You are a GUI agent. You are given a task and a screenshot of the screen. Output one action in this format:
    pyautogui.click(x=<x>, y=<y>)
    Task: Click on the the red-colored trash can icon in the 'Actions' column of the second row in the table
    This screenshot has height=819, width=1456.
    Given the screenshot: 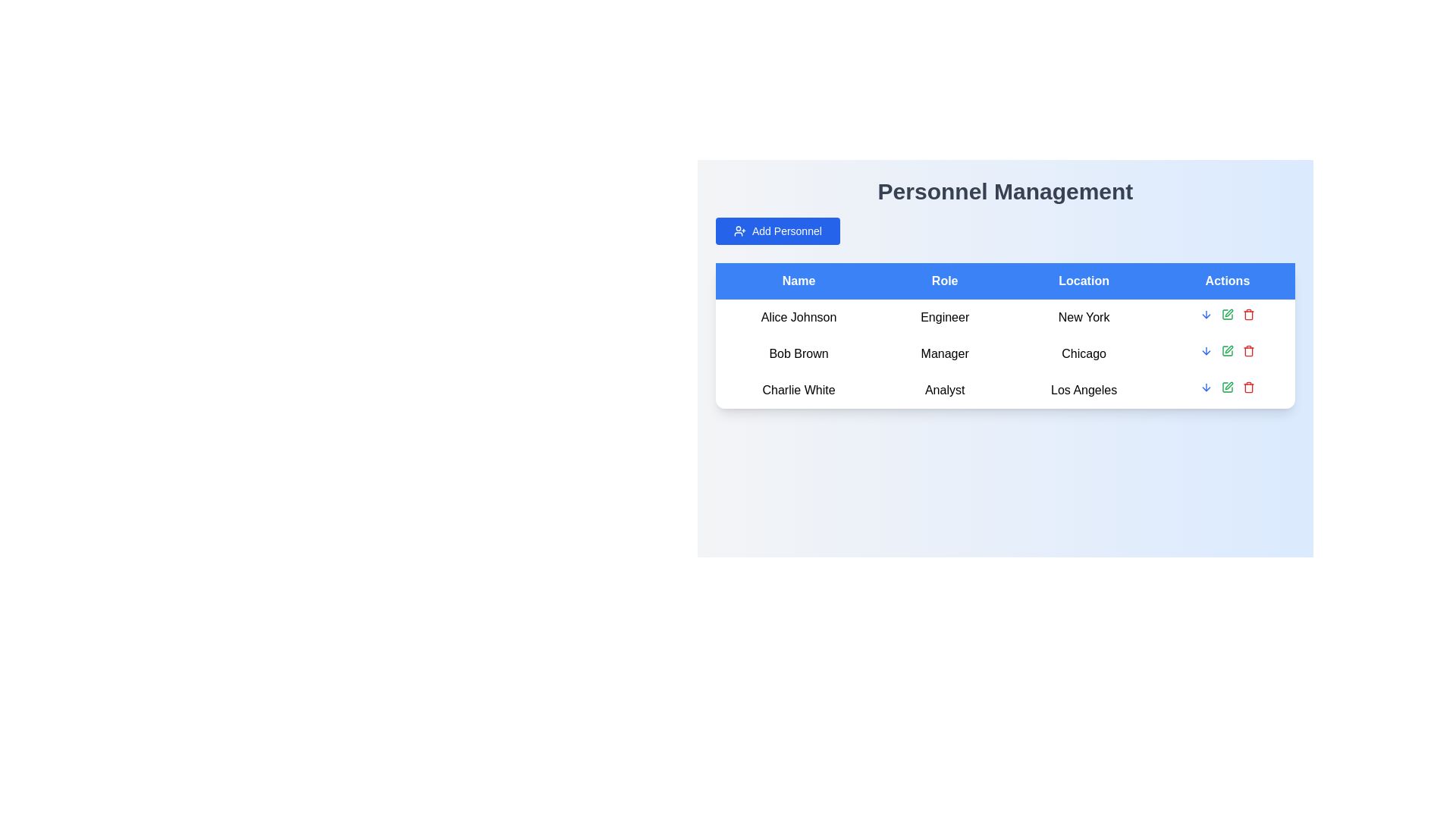 What is the action you would take?
    pyautogui.click(x=1248, y=350)
    